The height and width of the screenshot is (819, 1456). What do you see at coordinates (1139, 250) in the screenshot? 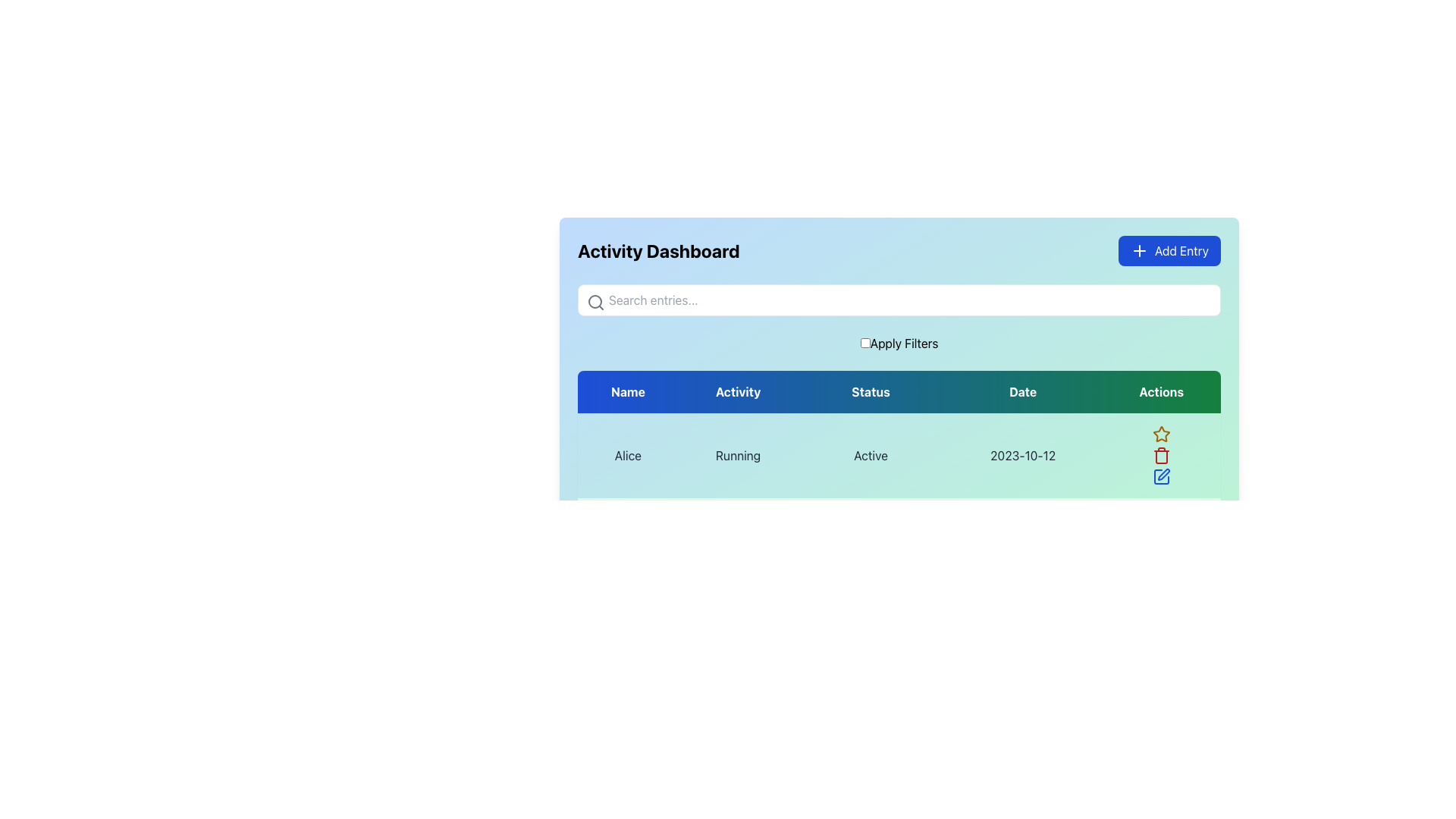
I see `the small, blue-colored plus icon located to the left of the 'Add Entry' button in the top-right corner of the interface` at bounding box center [1139, 250].